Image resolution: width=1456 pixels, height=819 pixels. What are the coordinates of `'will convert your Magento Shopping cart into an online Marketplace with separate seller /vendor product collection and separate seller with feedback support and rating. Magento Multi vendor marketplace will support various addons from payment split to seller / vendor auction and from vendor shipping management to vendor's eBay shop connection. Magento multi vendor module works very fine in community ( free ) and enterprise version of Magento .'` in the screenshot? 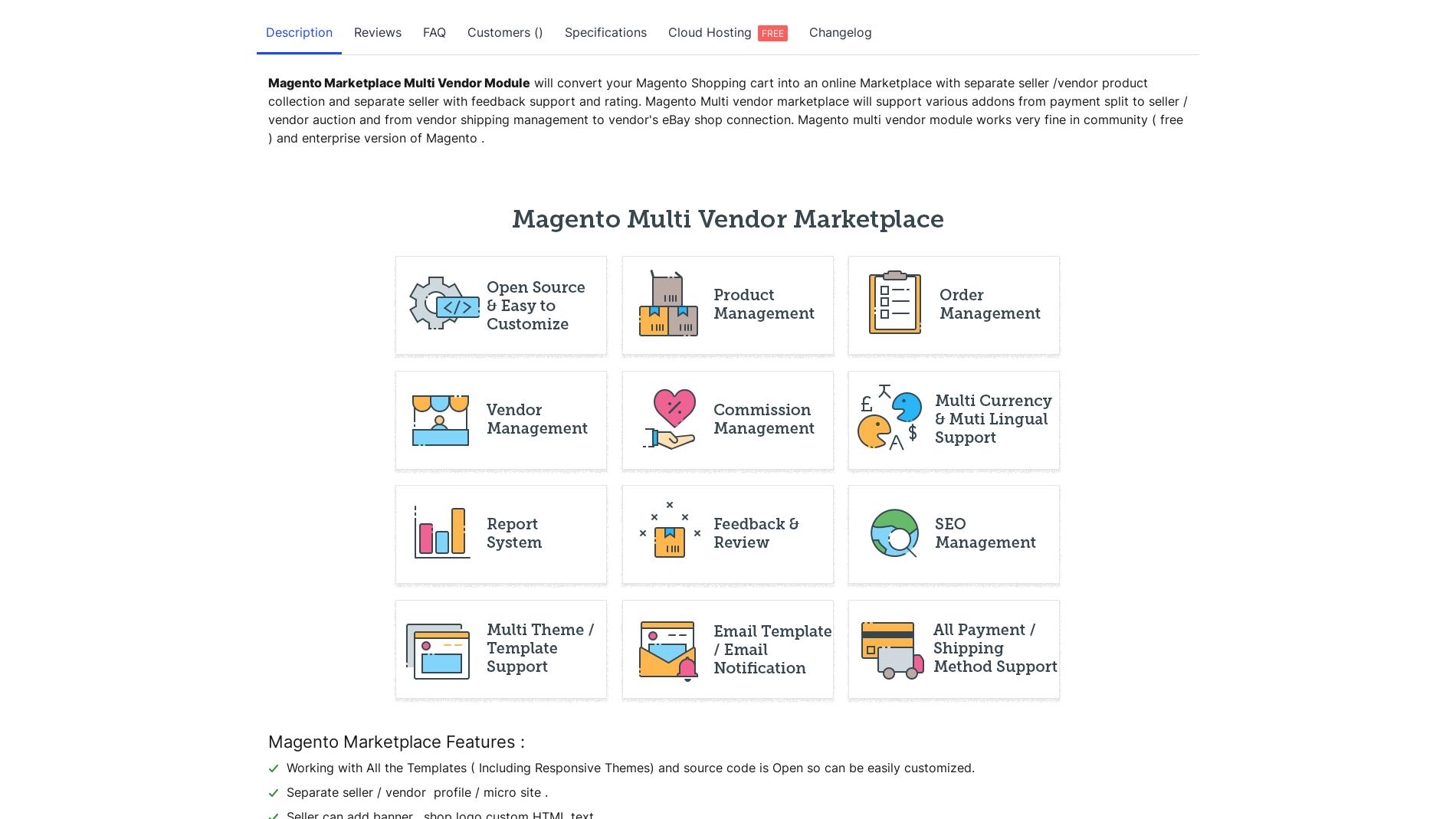 It's located at (267, 110).